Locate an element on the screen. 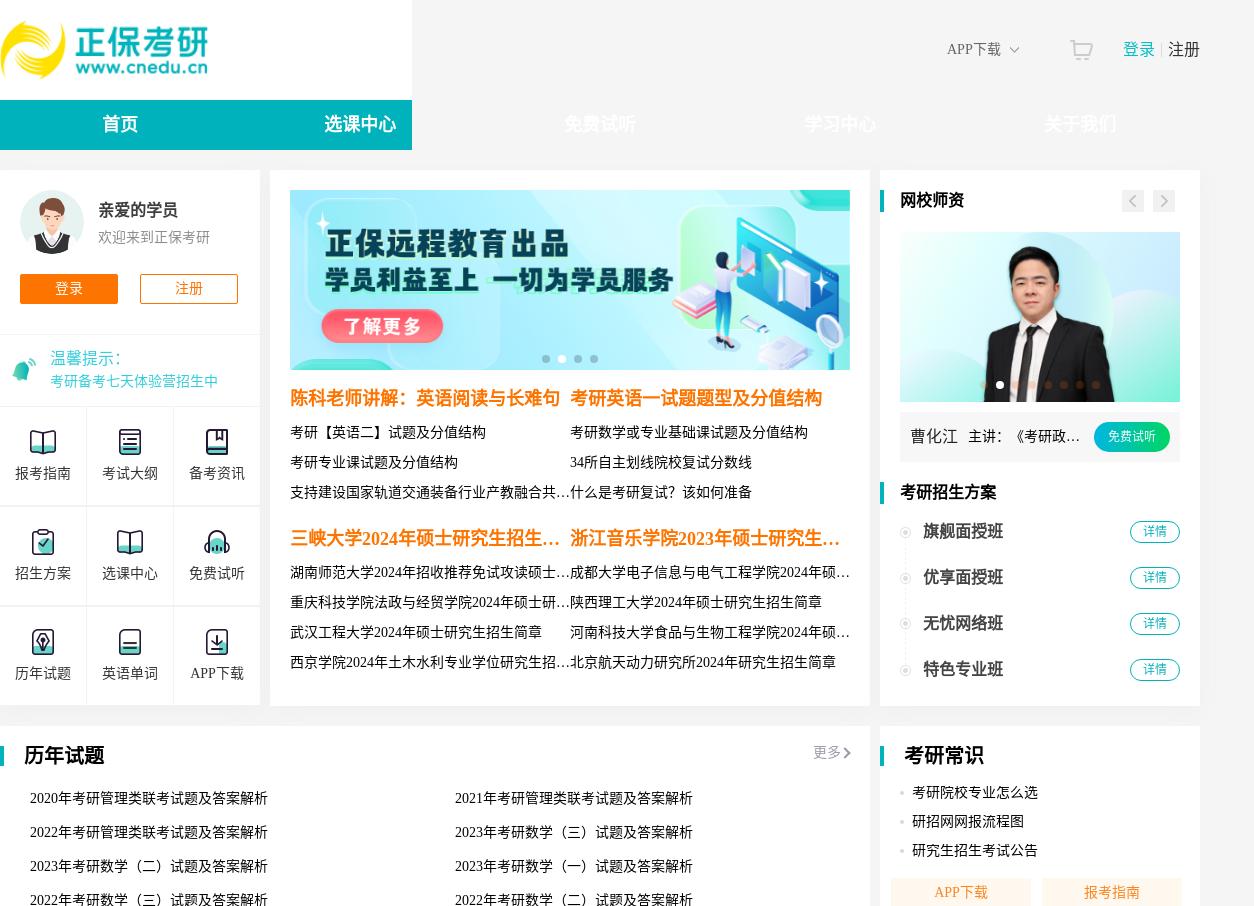 The width and height of the screenshot is (1254, 906). '浙江音乐学院2023年硕士研究生招生简章' is located at coordinates (568, 538).